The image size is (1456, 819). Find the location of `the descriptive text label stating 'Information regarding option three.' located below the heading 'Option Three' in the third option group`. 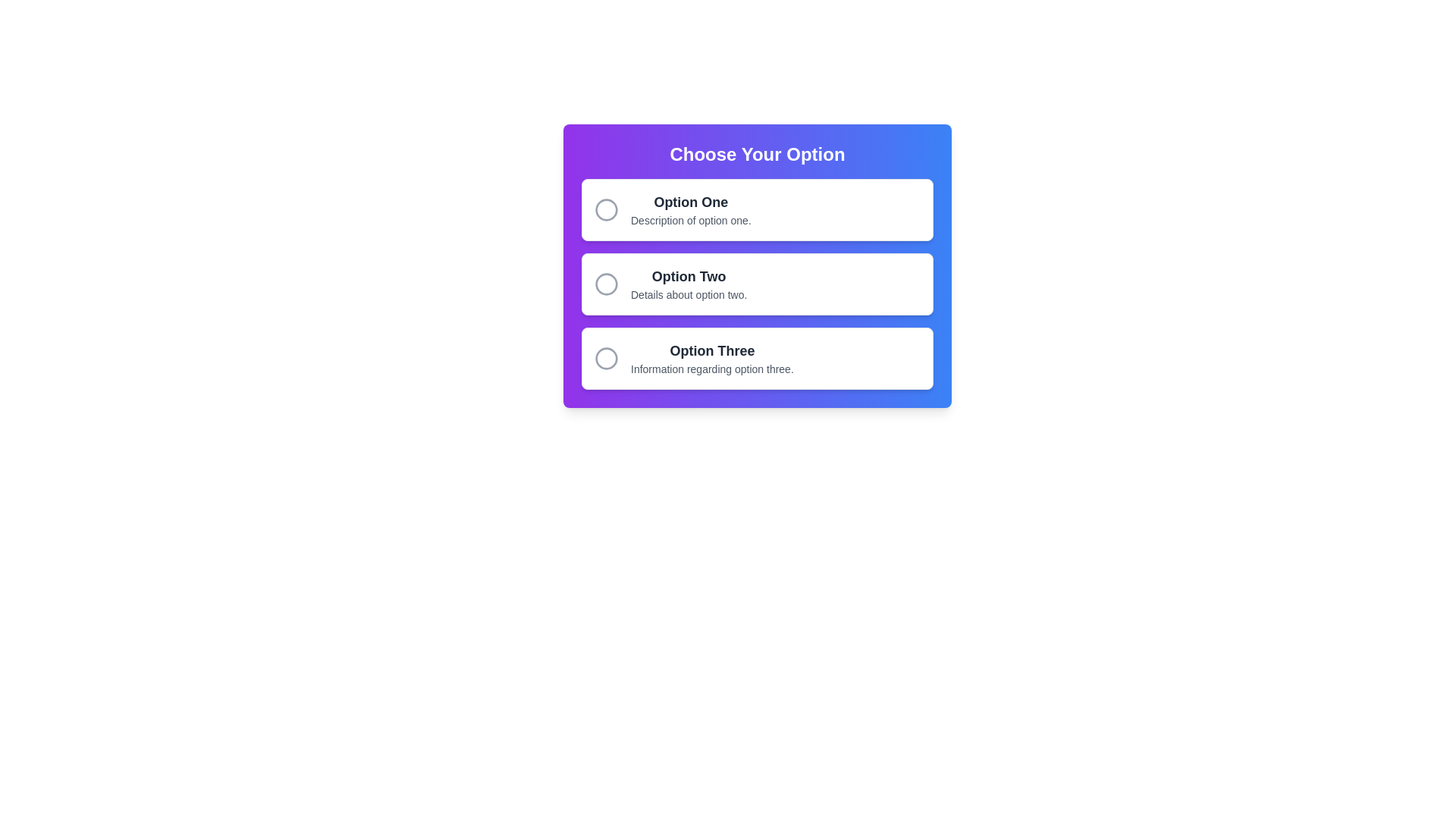

the descriptive text label stating 'Information regarding option three.' located below the heading 'Option Three' in the third option group is located at coordinates (711, 369).